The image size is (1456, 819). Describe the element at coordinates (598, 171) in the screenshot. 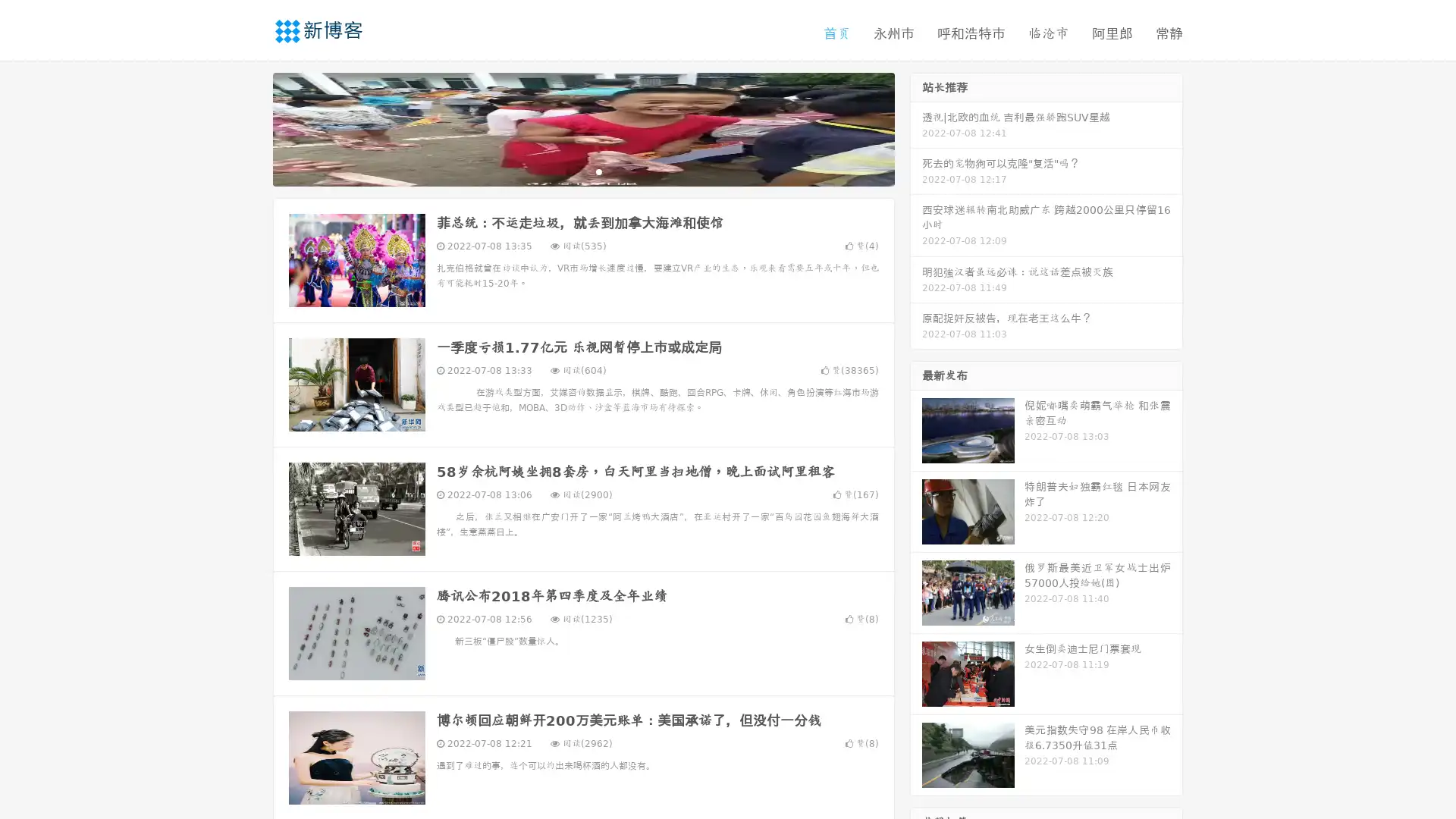

I see `Go to slide 3` at that location.